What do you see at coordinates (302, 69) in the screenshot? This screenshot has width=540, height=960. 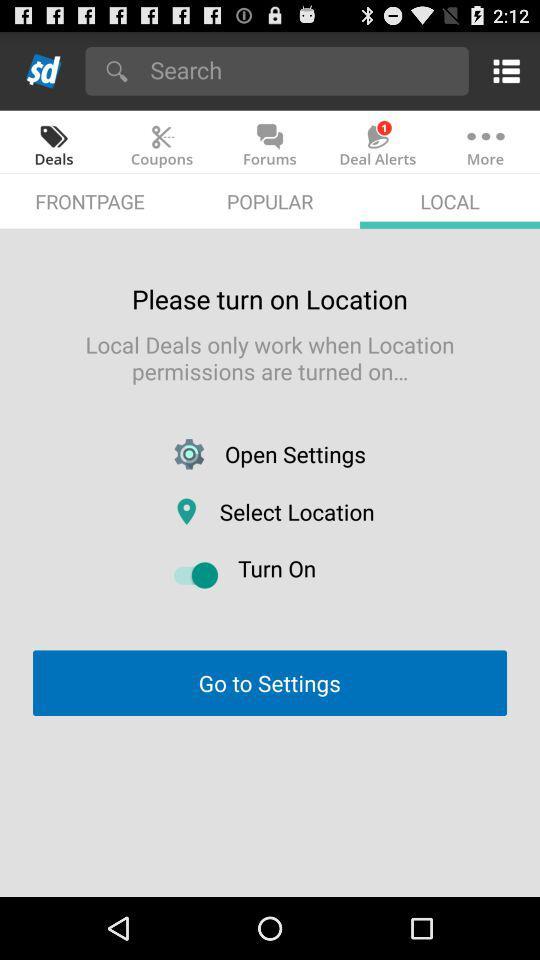 I see `the item above the coupons icon` at bounding box center [302, 69].